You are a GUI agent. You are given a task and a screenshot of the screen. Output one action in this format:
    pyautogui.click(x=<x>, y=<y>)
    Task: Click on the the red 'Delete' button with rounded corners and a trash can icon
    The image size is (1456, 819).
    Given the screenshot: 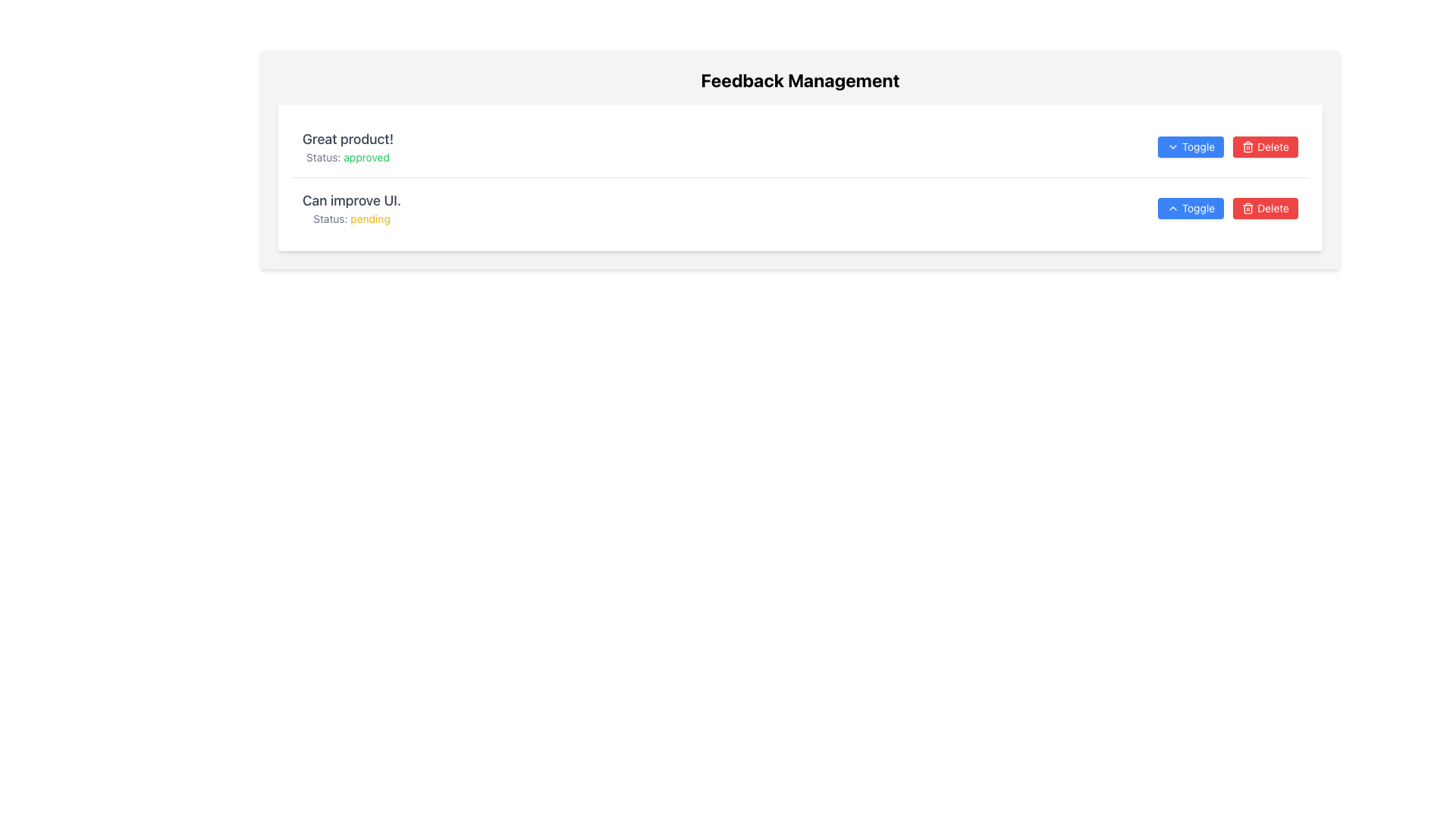 What is the action you would take?
    pyautogui.click(x=1266, y=208)
    